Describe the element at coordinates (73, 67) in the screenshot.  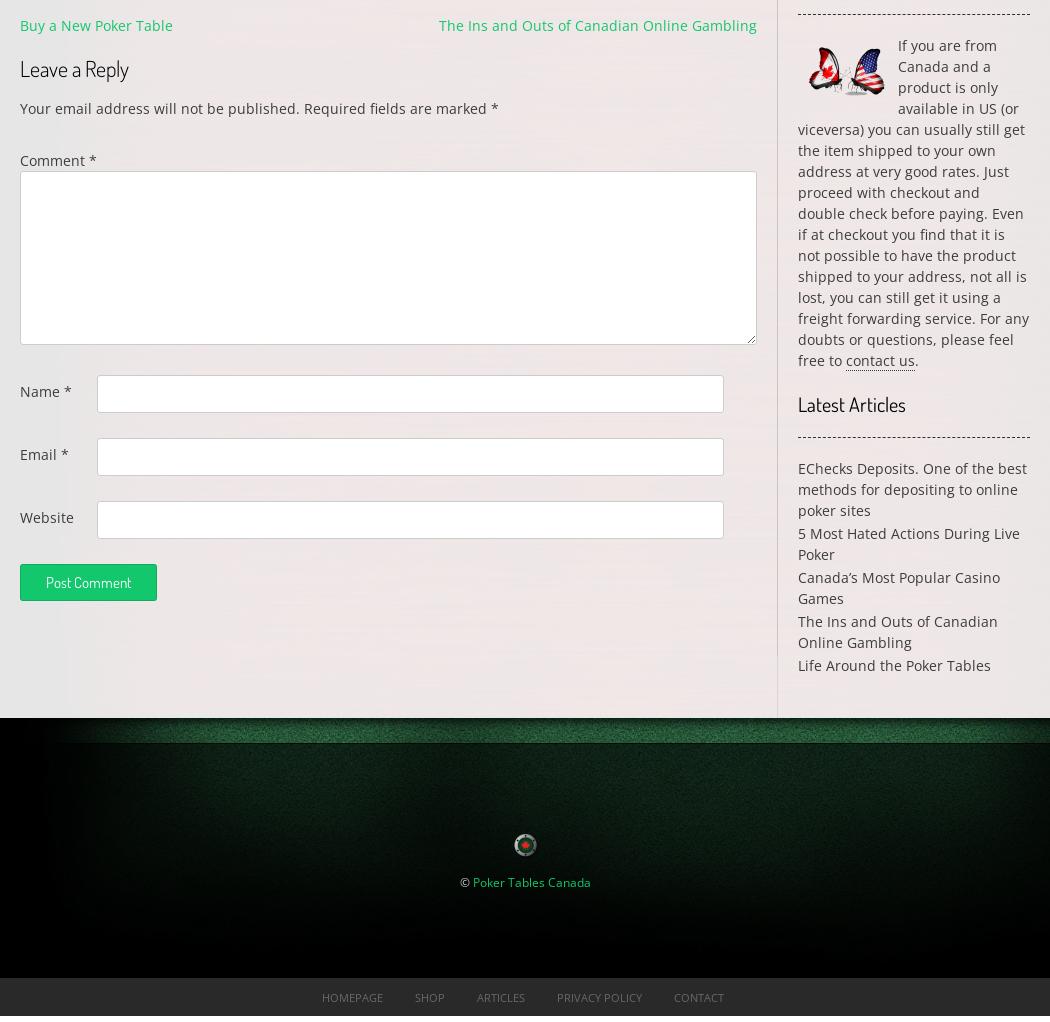
I see `'Leave a Reply'` at that location.